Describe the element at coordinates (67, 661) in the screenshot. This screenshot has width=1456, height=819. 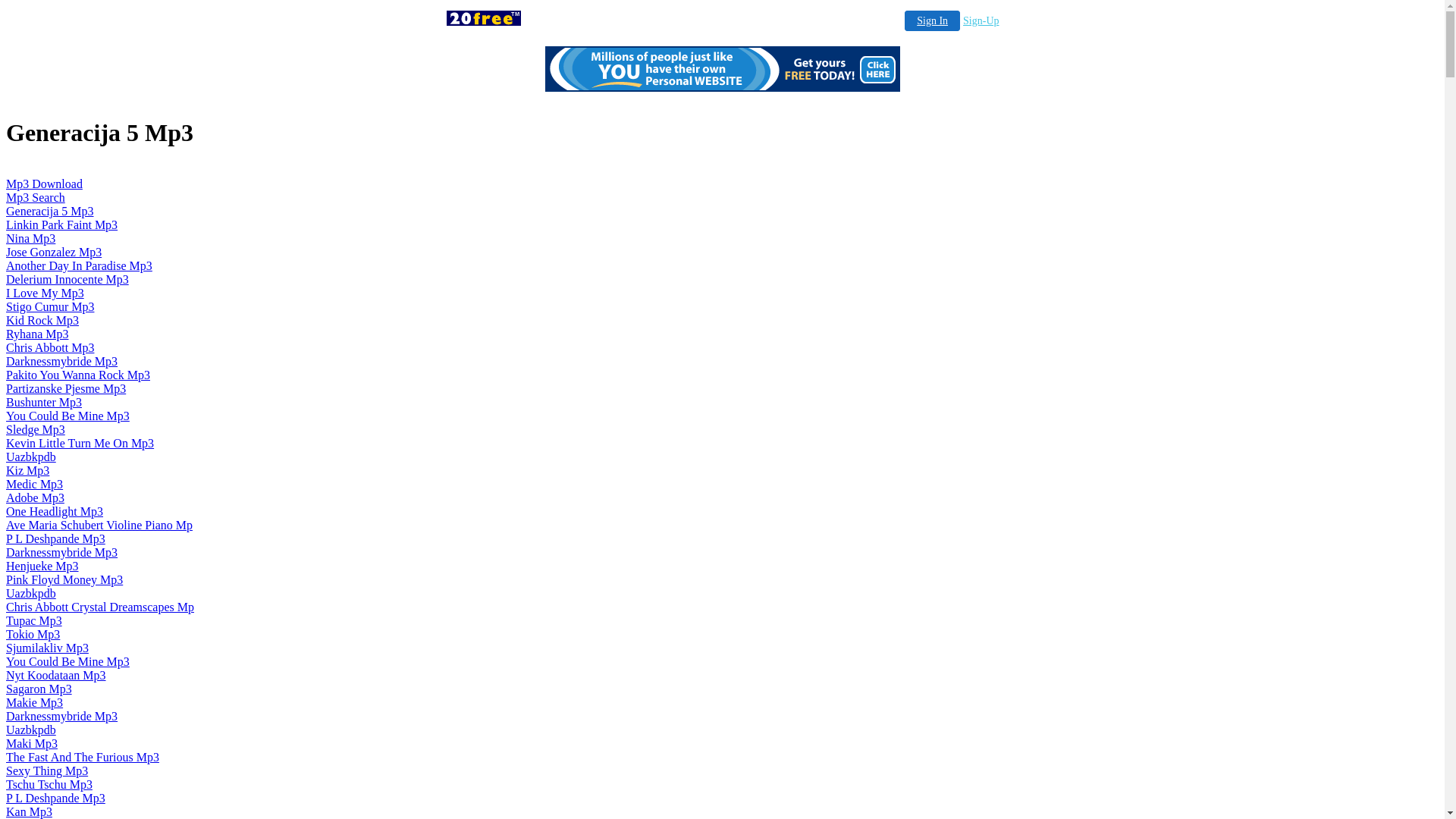
I see `'You Could Be Mine Mp3'` at that location.